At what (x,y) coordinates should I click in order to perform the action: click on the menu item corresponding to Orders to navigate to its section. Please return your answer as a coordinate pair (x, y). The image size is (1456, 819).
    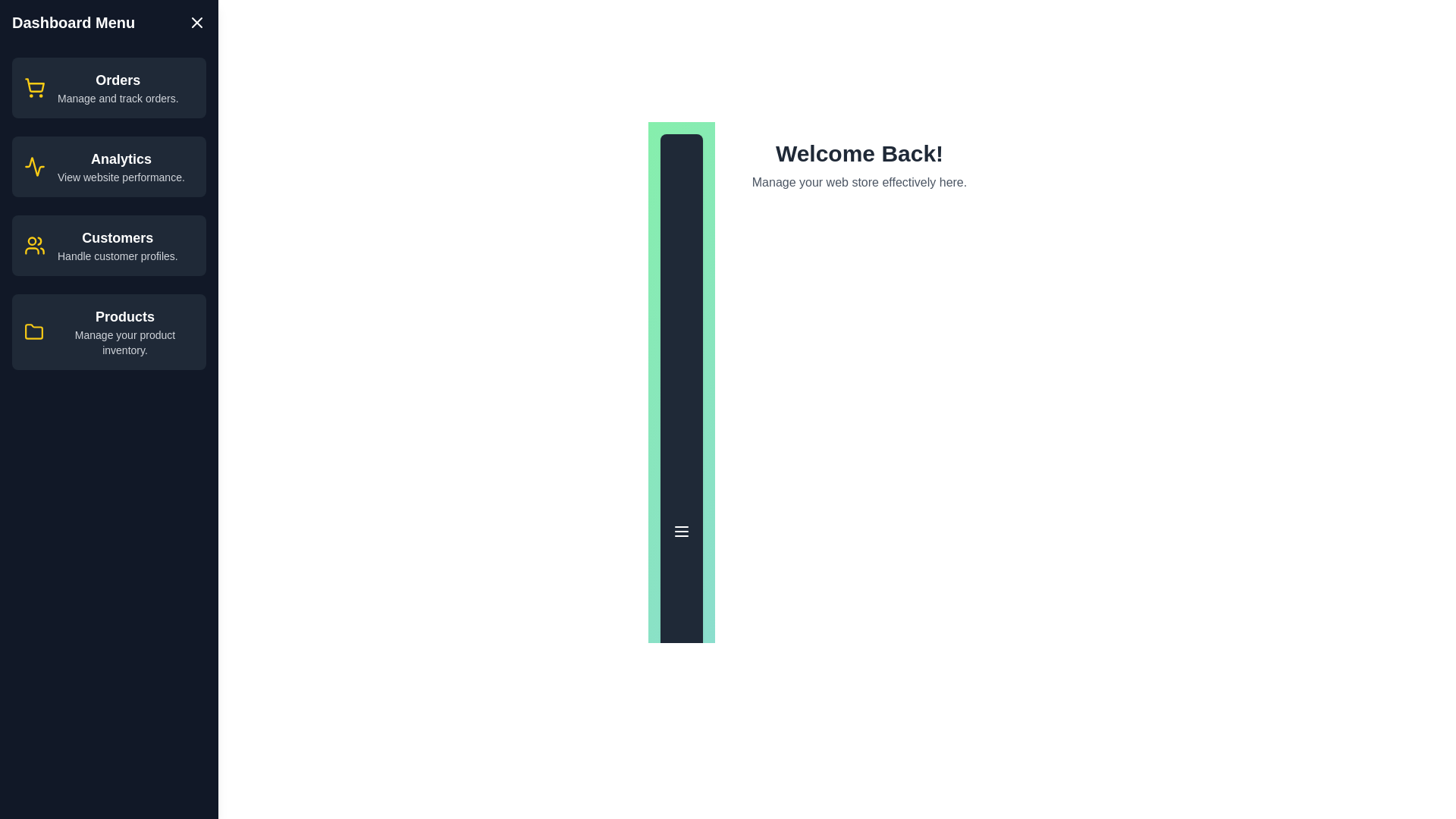
    Looking at the image, I should click on (108, 87).